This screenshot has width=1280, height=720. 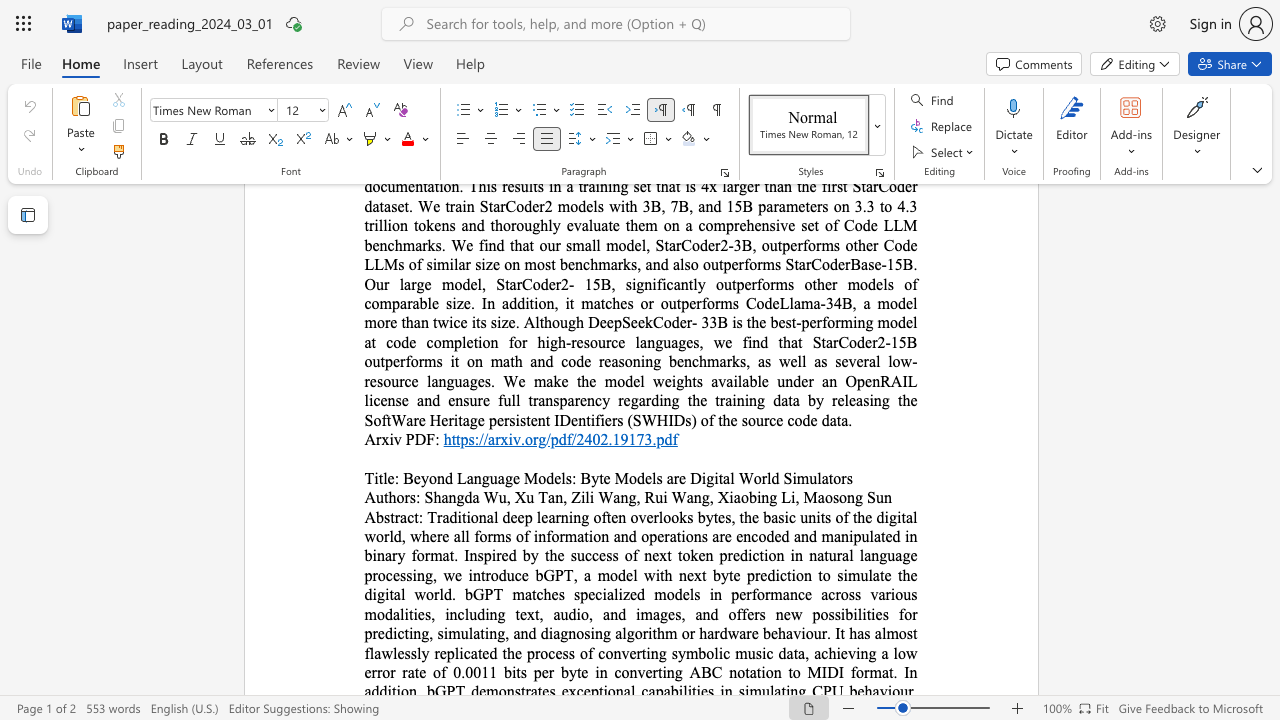 What do you see at coordinates (780, 496) in the screenshot?
I see `the subset text "Li" within the text "Xiaobing Li,"` at bounding box center [780, 496].